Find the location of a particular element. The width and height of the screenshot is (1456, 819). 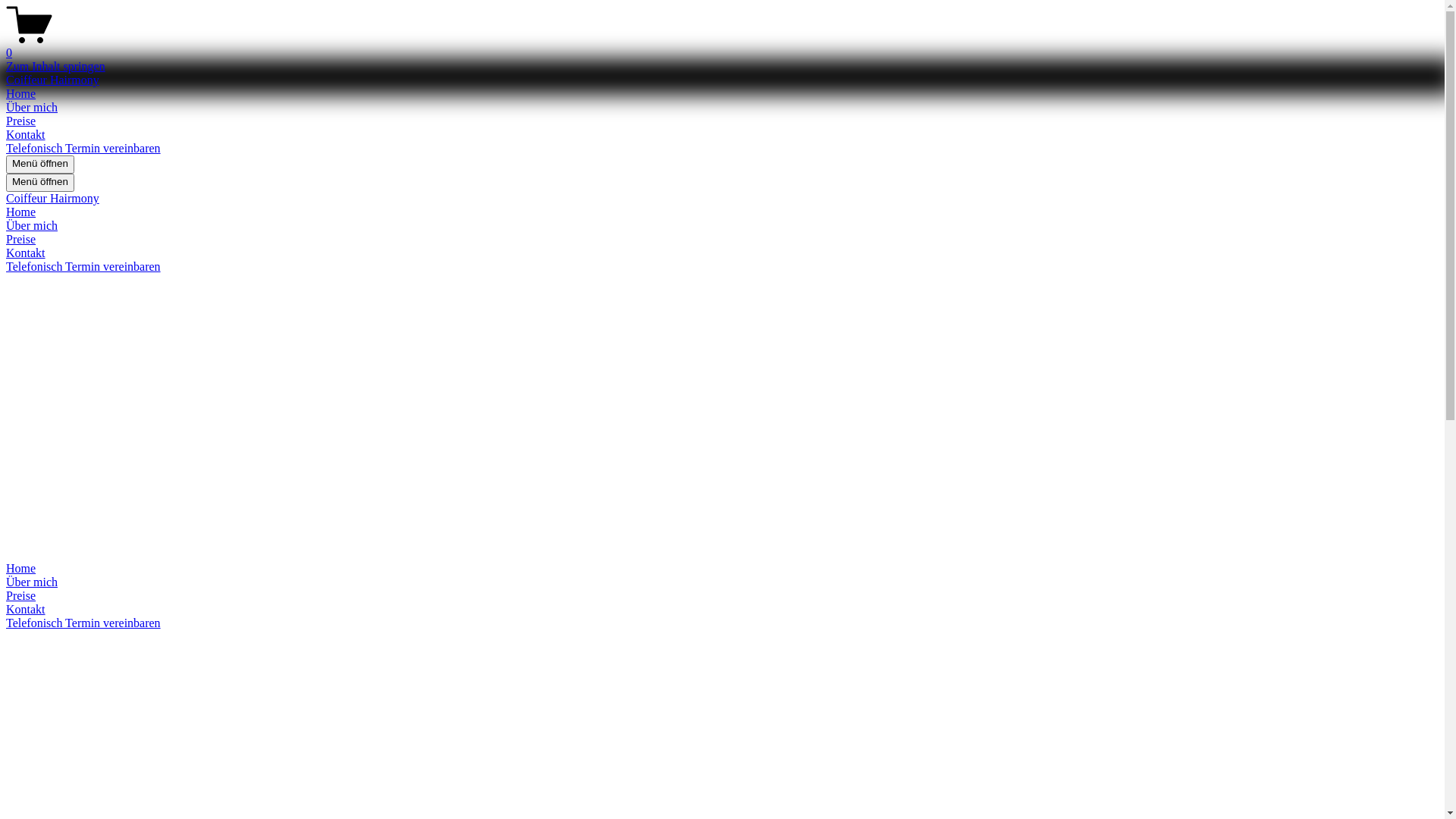

'Preise' is located at coordinates (20, 120).